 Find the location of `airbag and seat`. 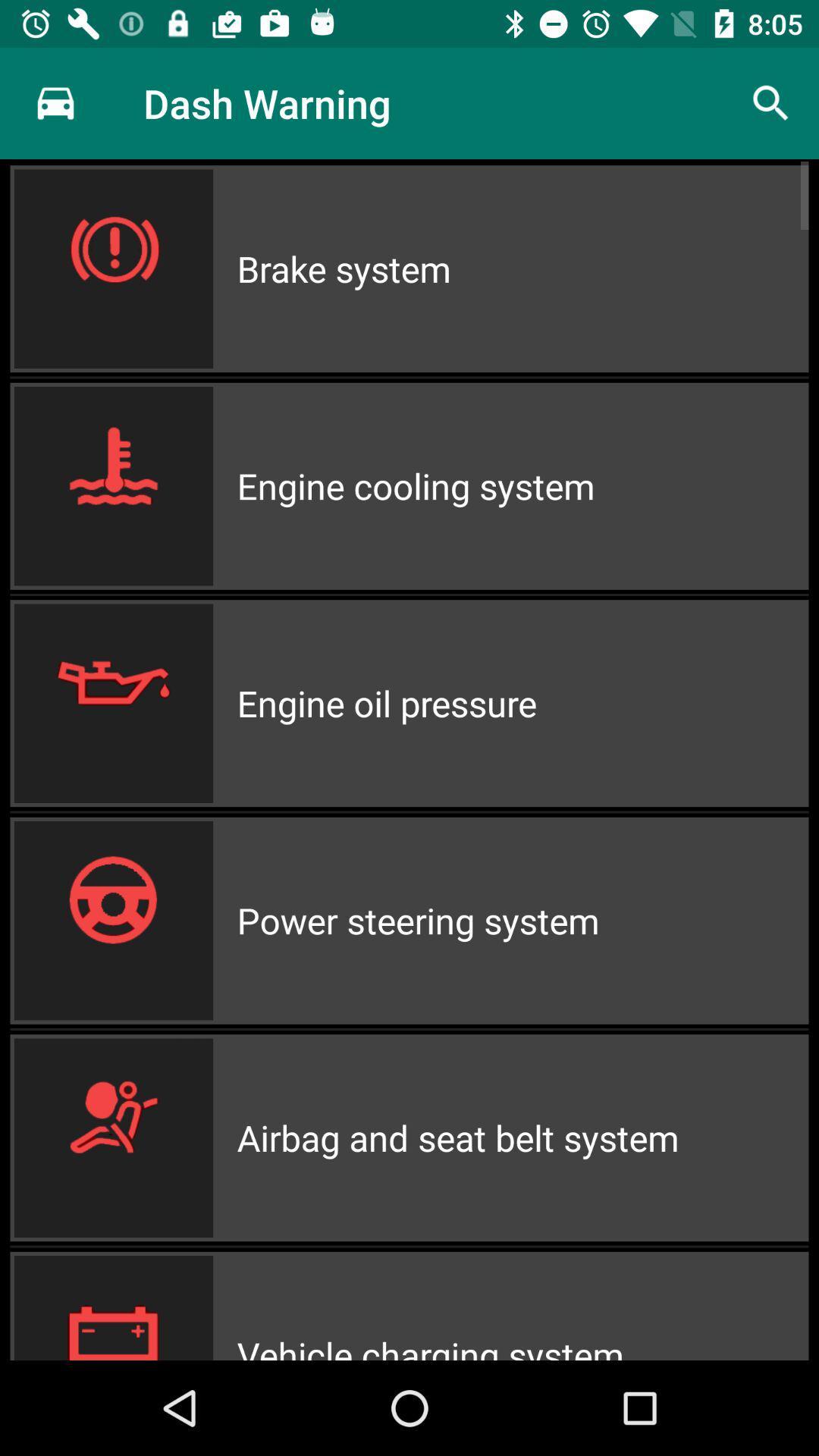

airbag and seat is located at coordinates (522, 1137).